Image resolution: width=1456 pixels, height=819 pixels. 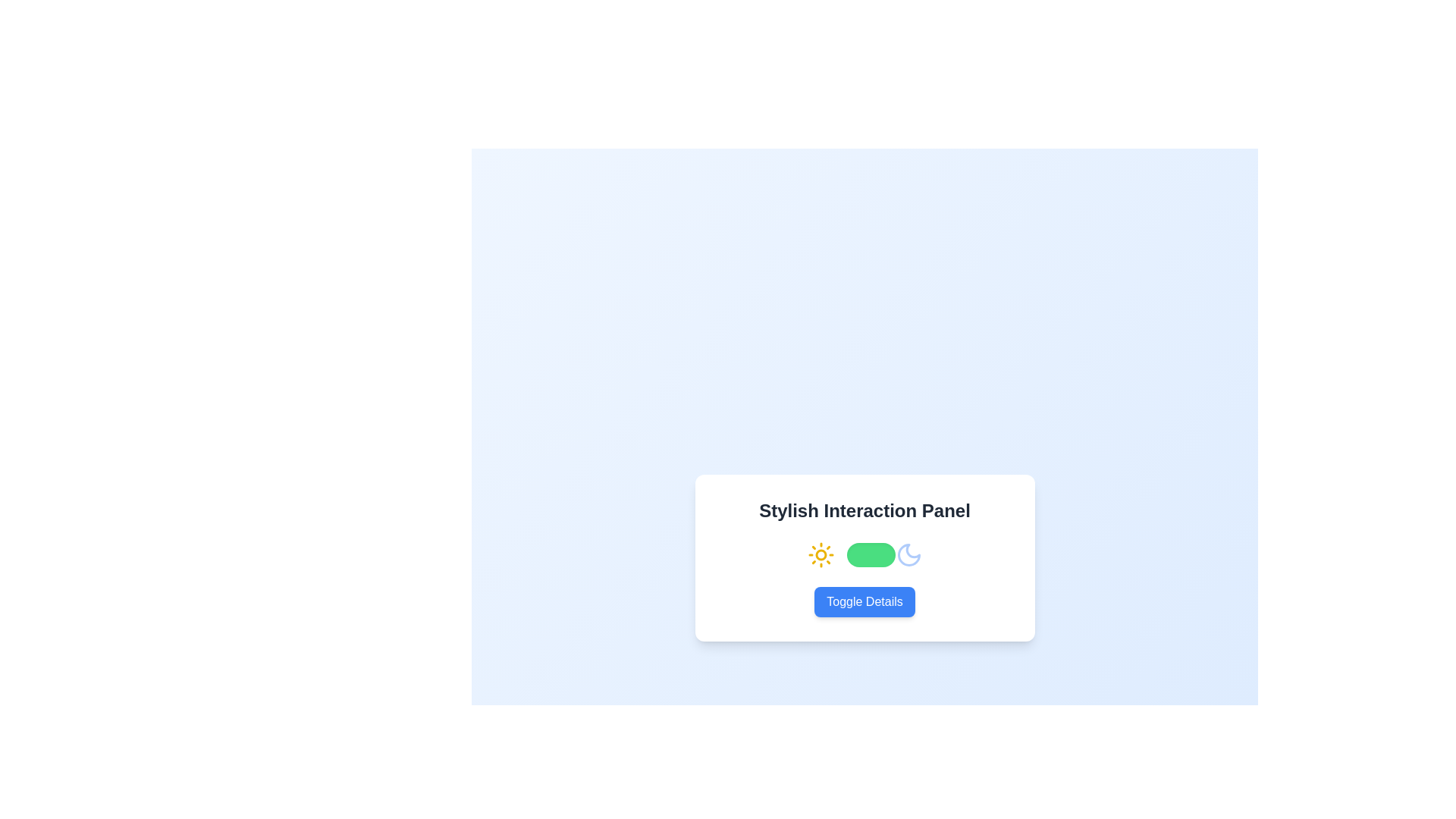 I want to click on the toggle switch located in the center of the white card box labeled 'Stylish Interaction Panel', so click(x=864, y=555).